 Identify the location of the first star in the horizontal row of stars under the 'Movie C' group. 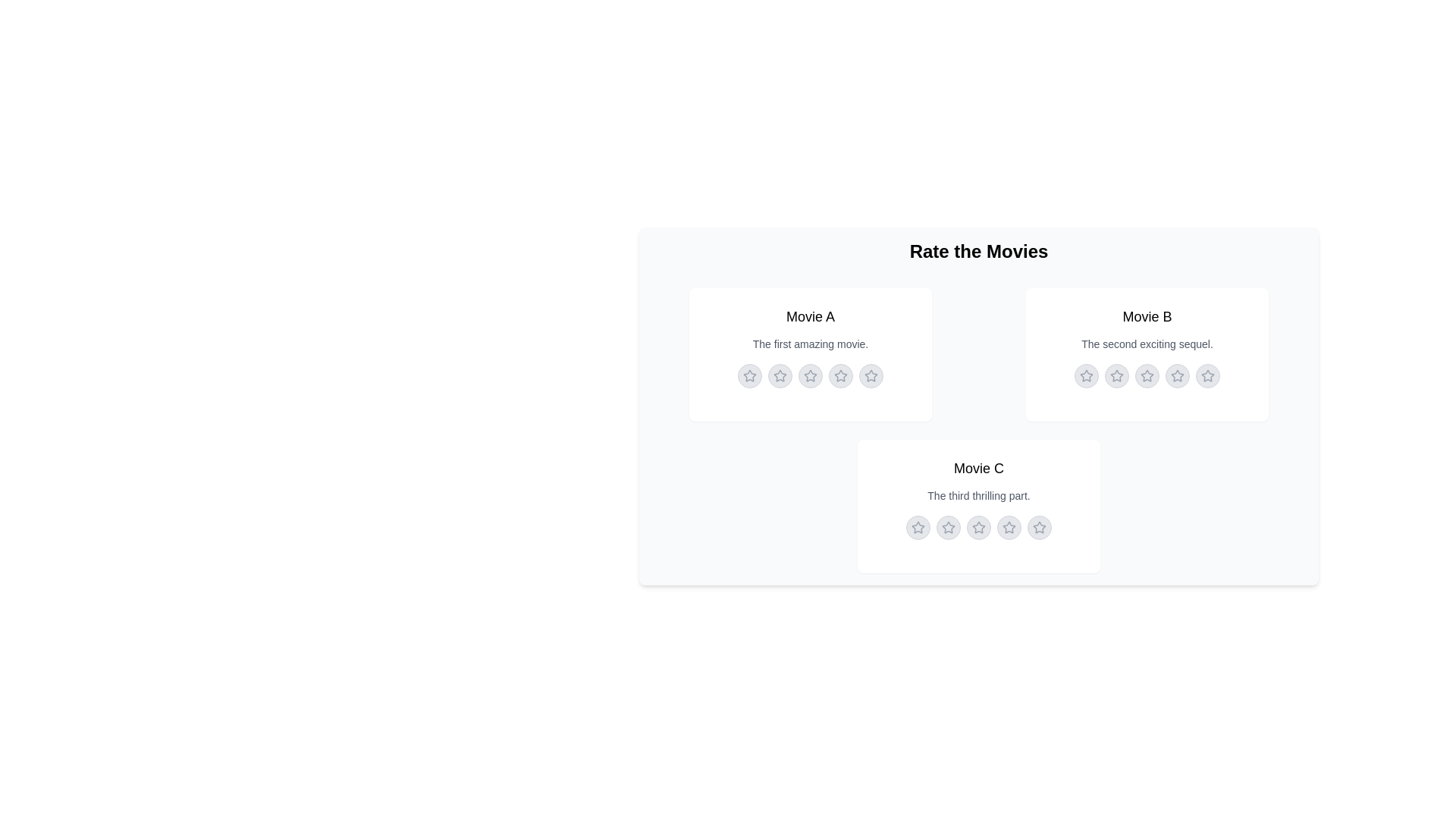
(917, 526).